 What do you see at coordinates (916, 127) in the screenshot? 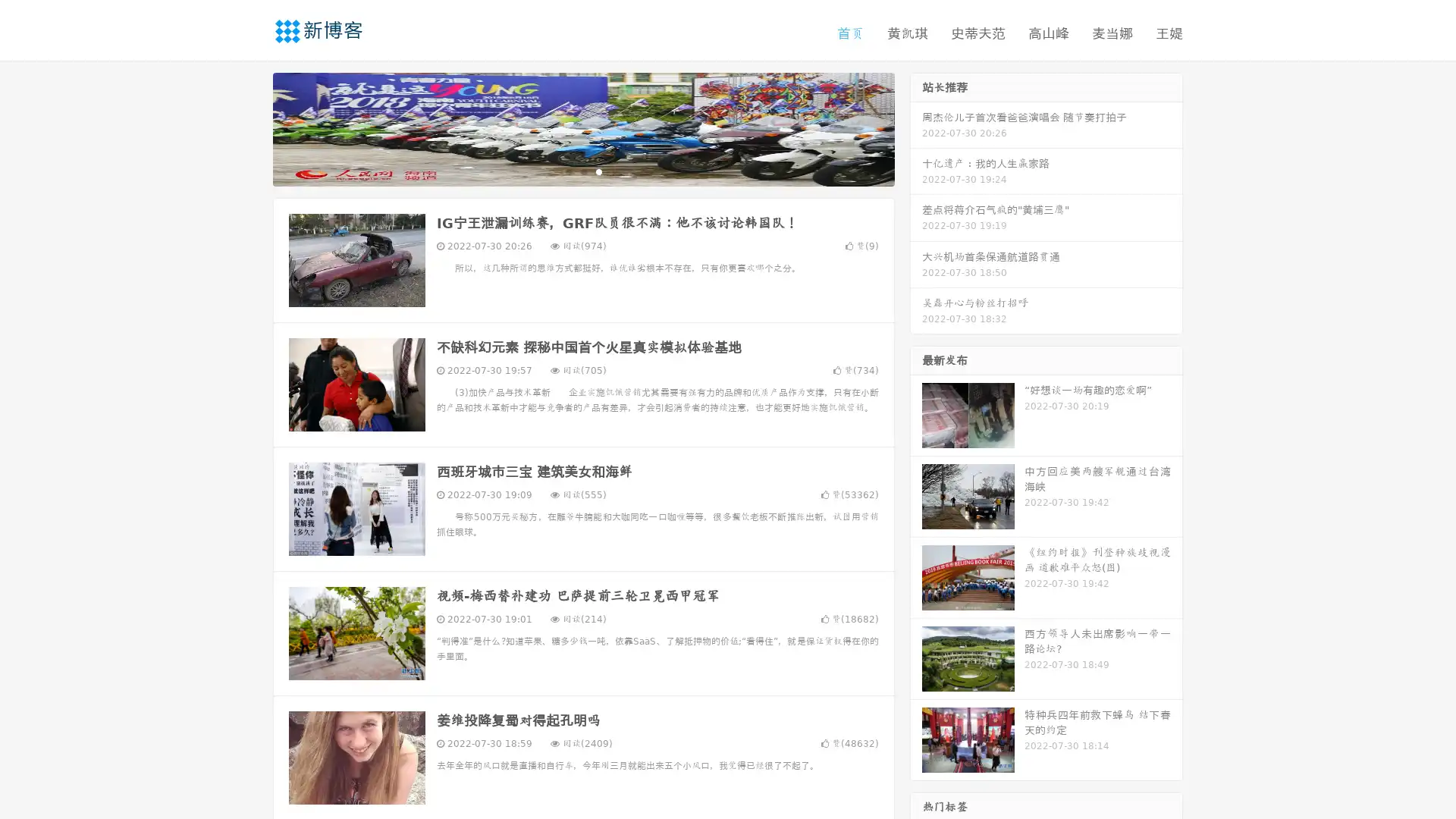
I see `Next slide` at bounding box center [916, 127].